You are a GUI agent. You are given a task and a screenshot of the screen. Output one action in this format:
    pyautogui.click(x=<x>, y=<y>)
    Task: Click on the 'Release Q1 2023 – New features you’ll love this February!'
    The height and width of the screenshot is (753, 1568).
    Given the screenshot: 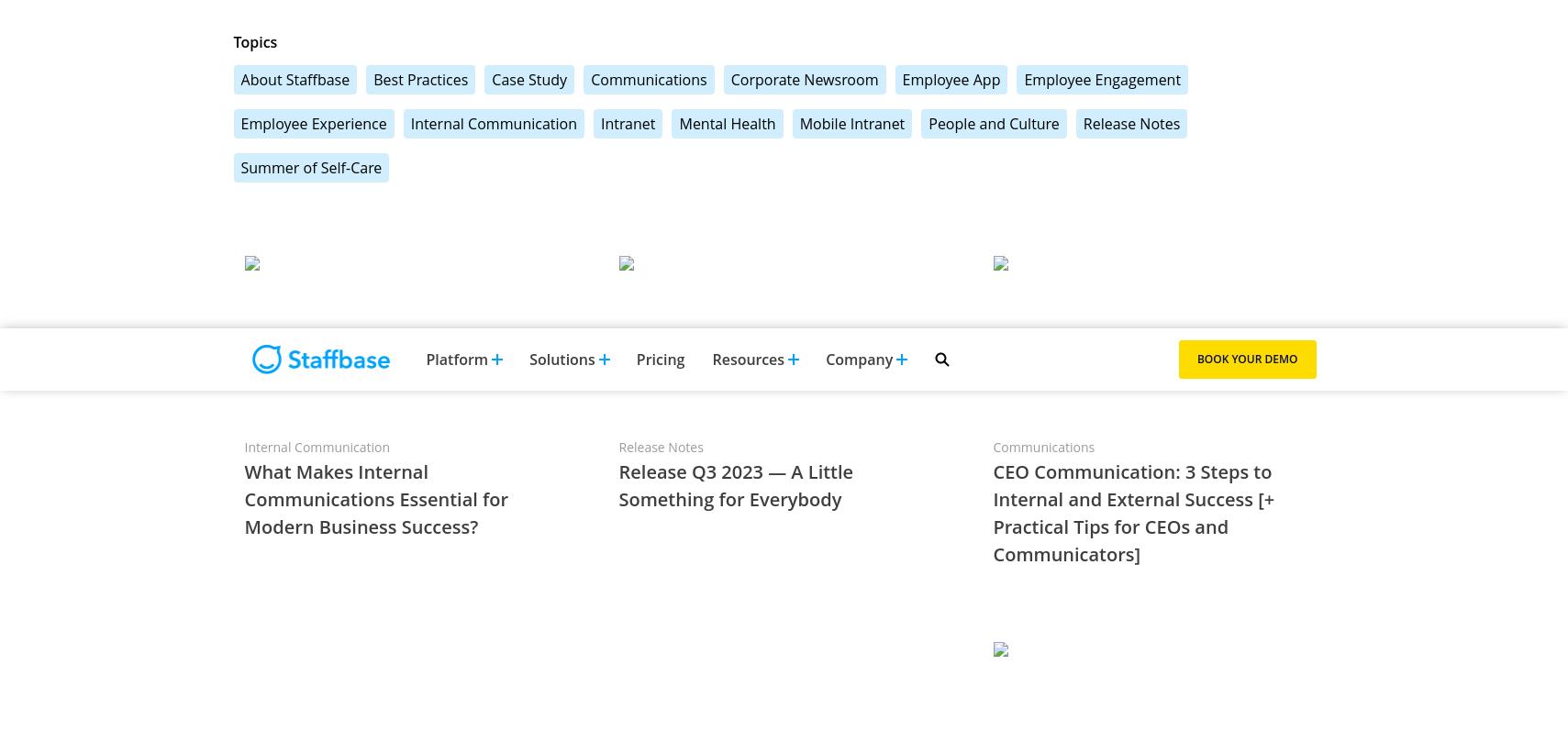 What is the action you would take?
    pyautogui.click(x=758, y=476)
    